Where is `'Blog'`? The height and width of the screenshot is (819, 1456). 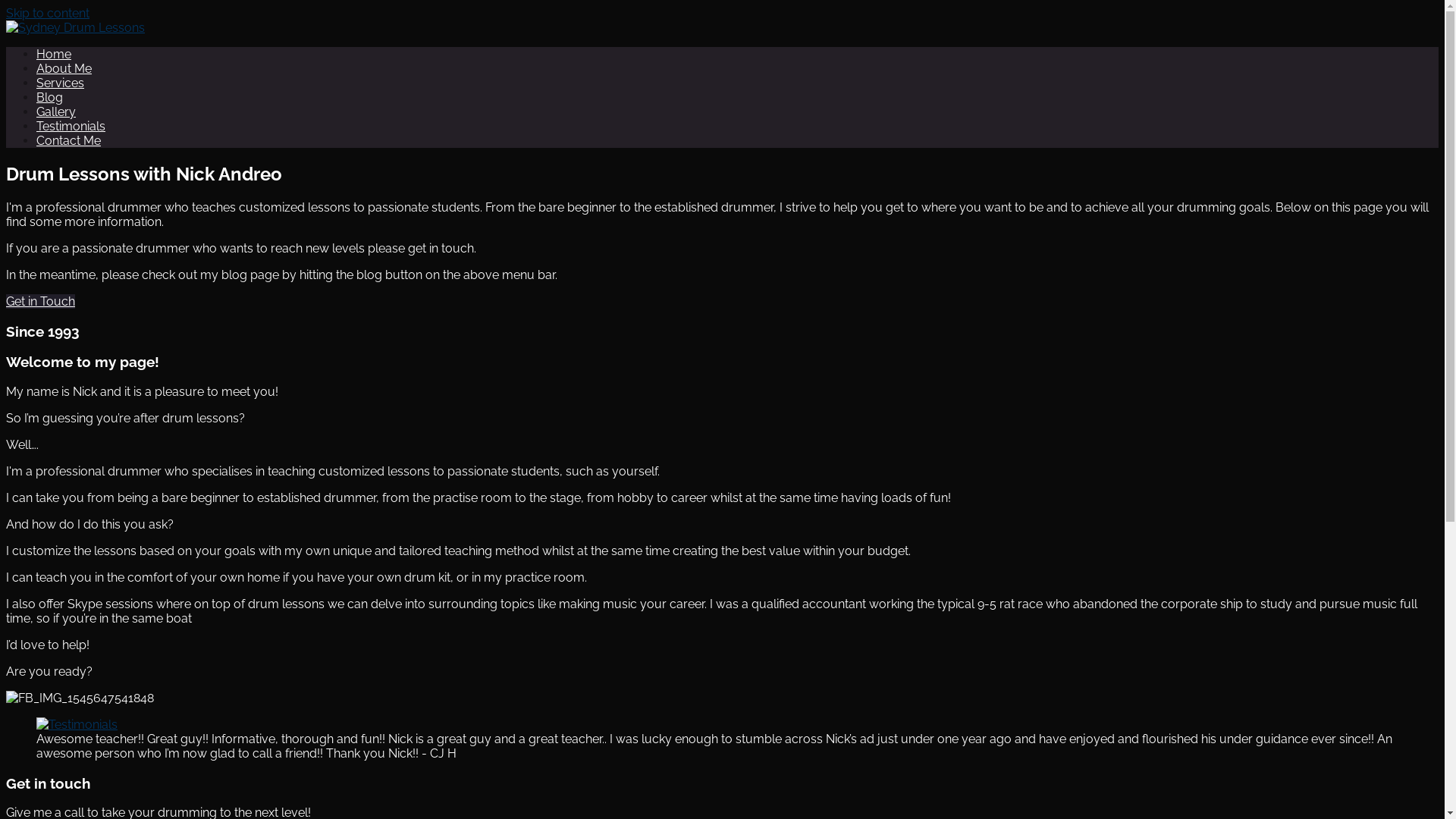
'Blog' is located at coordinates (49, 97).